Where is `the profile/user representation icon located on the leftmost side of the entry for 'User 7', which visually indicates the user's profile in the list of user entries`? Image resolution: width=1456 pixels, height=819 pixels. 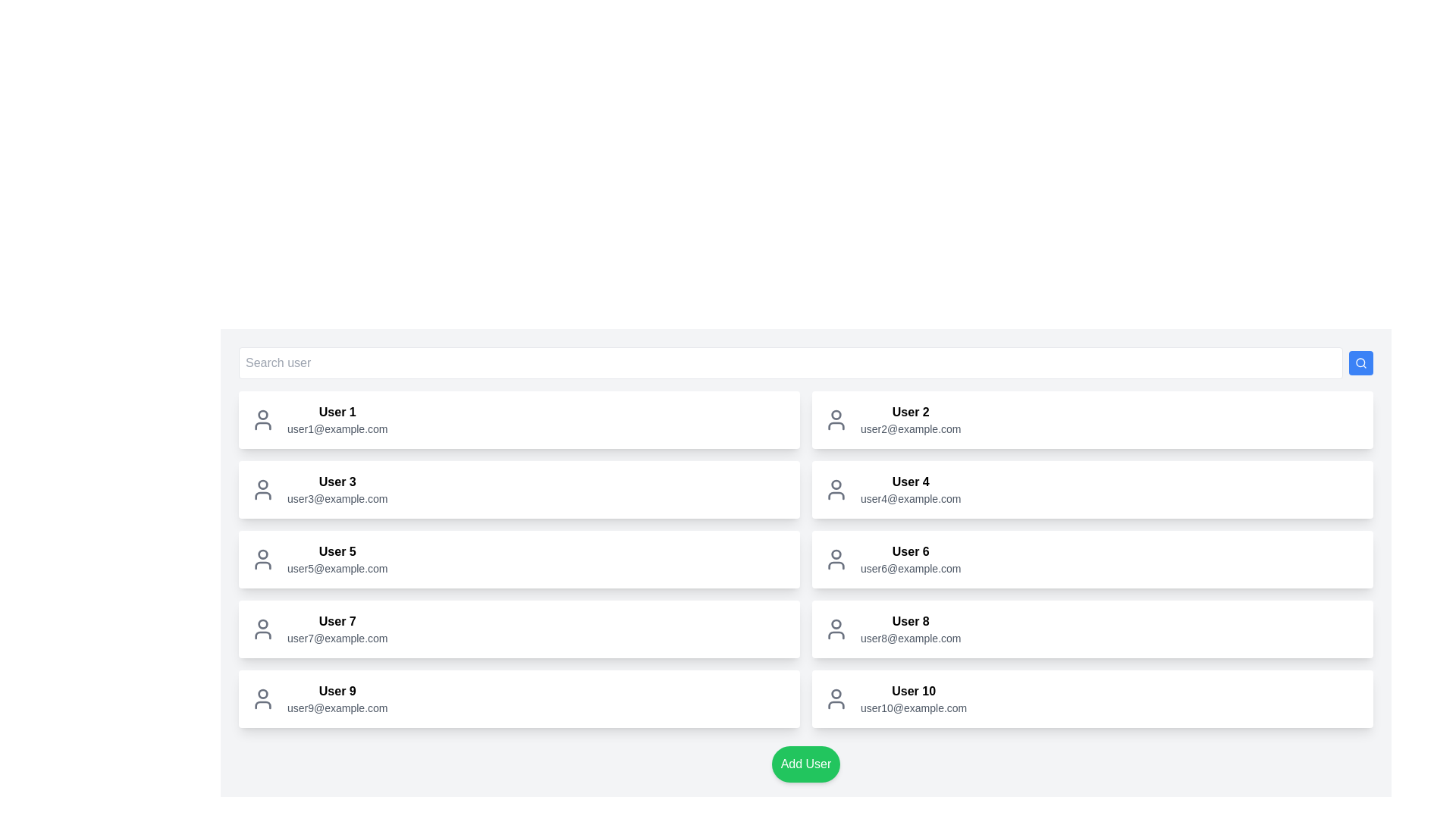
the profile/user representation icon located on the leftmost side of the entry for 'User 7', which visually indicates the user's profile in the list of user entries is located at coordinates (262, 629).